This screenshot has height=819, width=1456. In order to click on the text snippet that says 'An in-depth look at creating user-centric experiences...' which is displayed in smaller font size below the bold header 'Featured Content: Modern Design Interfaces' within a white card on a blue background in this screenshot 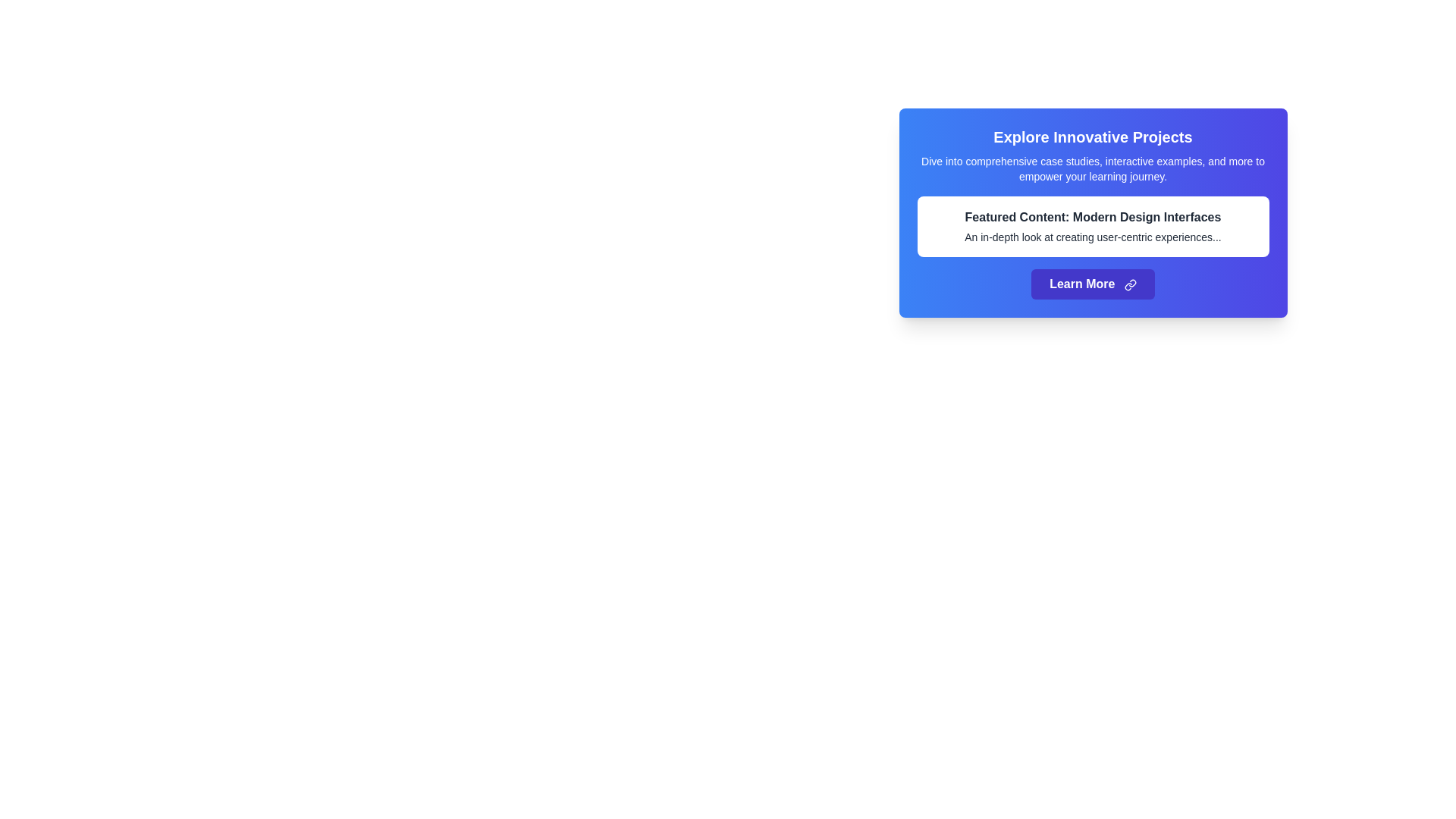, I will do `click(1093, 237)`.